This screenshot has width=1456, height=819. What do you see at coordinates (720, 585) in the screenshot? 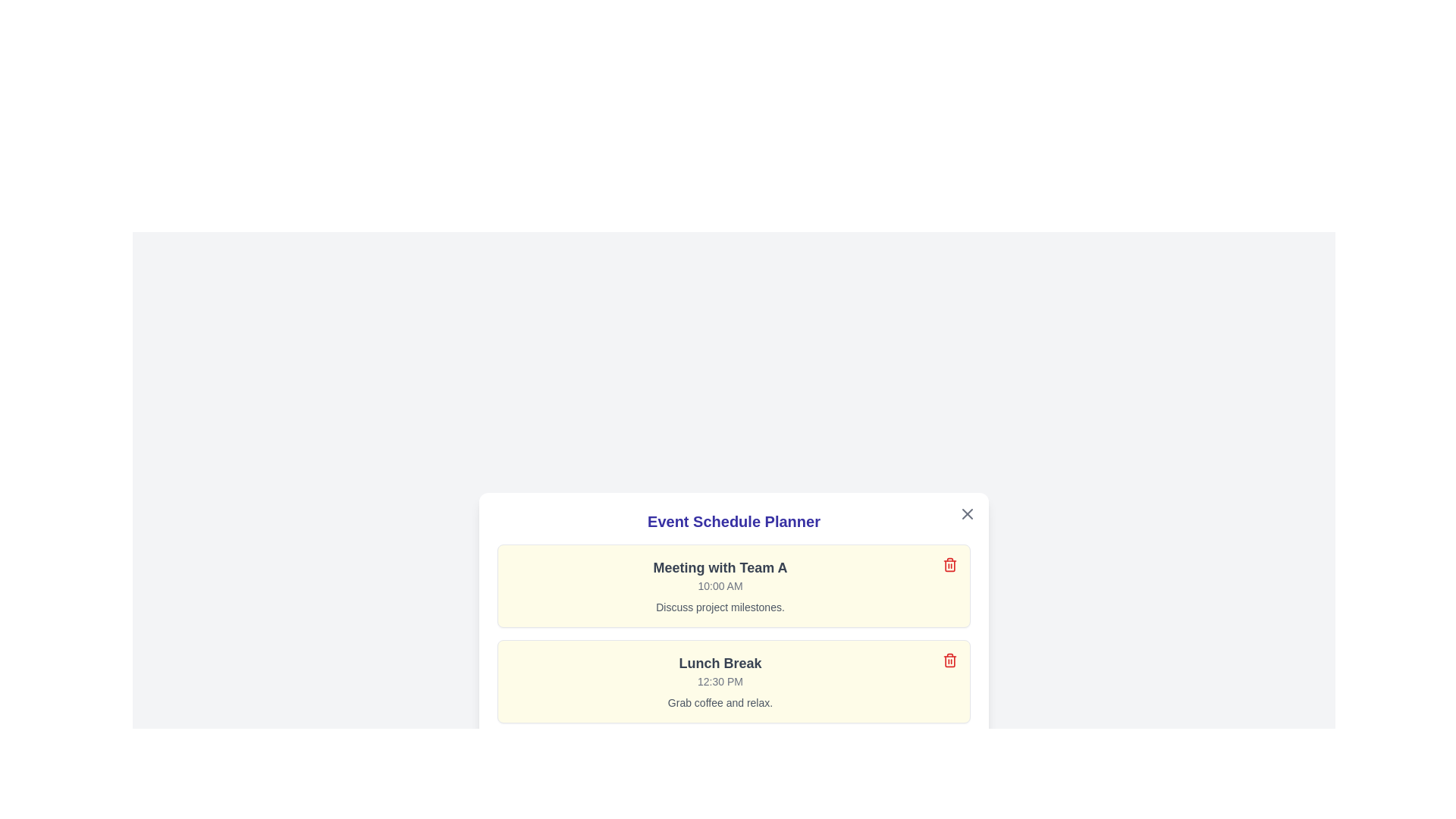
I see `the Text label that indicates the scheduled time for an event, positioned below the title 'Meeting with Team A' and above the description 'Discuss project milestones'` at bounding box center [720, 585].